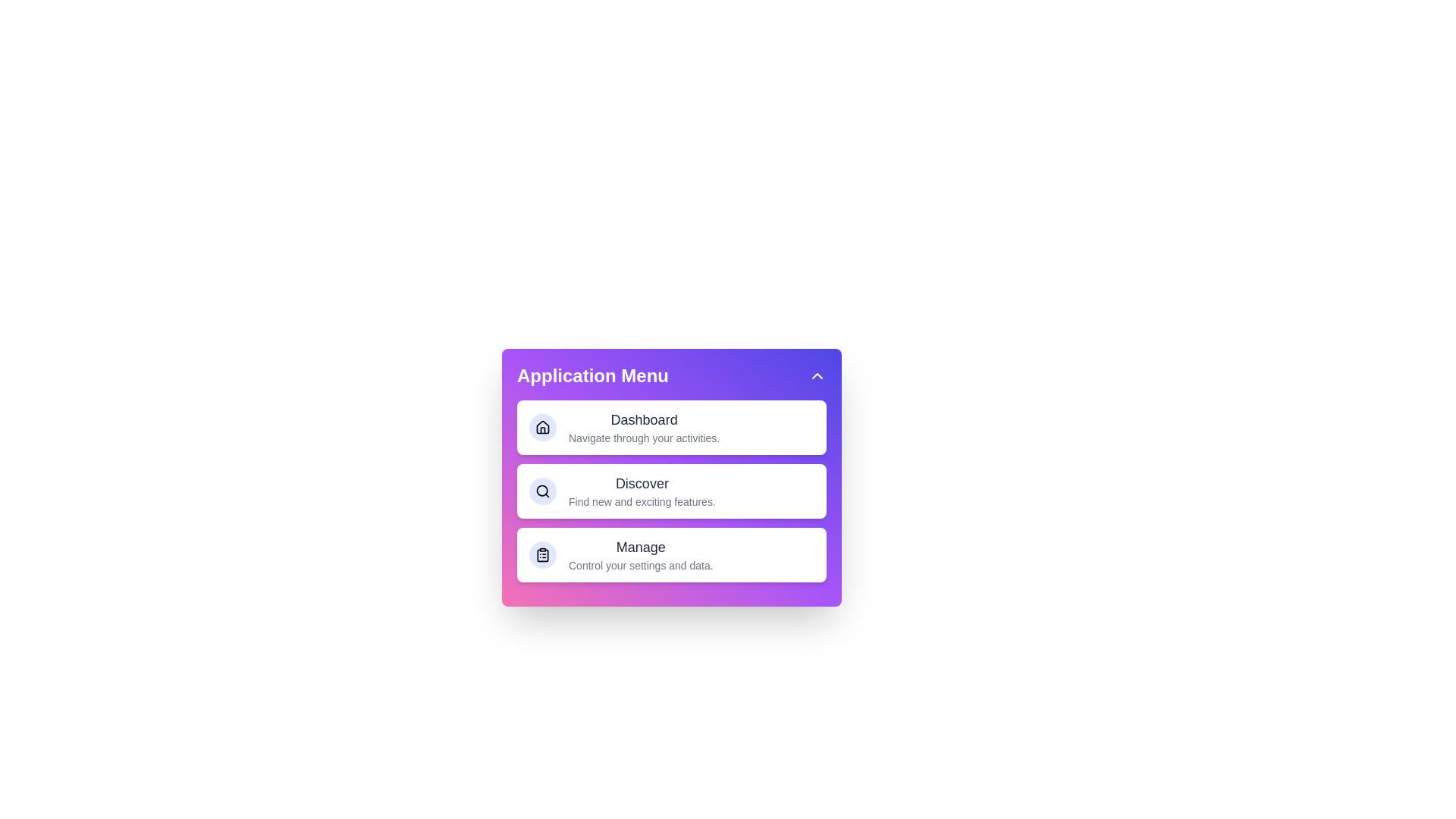 Image resolution: width=1456 pixels, height=819 pixels. I want to click on arrow button in the header to toggle the menu visibility, so click(817, 375).